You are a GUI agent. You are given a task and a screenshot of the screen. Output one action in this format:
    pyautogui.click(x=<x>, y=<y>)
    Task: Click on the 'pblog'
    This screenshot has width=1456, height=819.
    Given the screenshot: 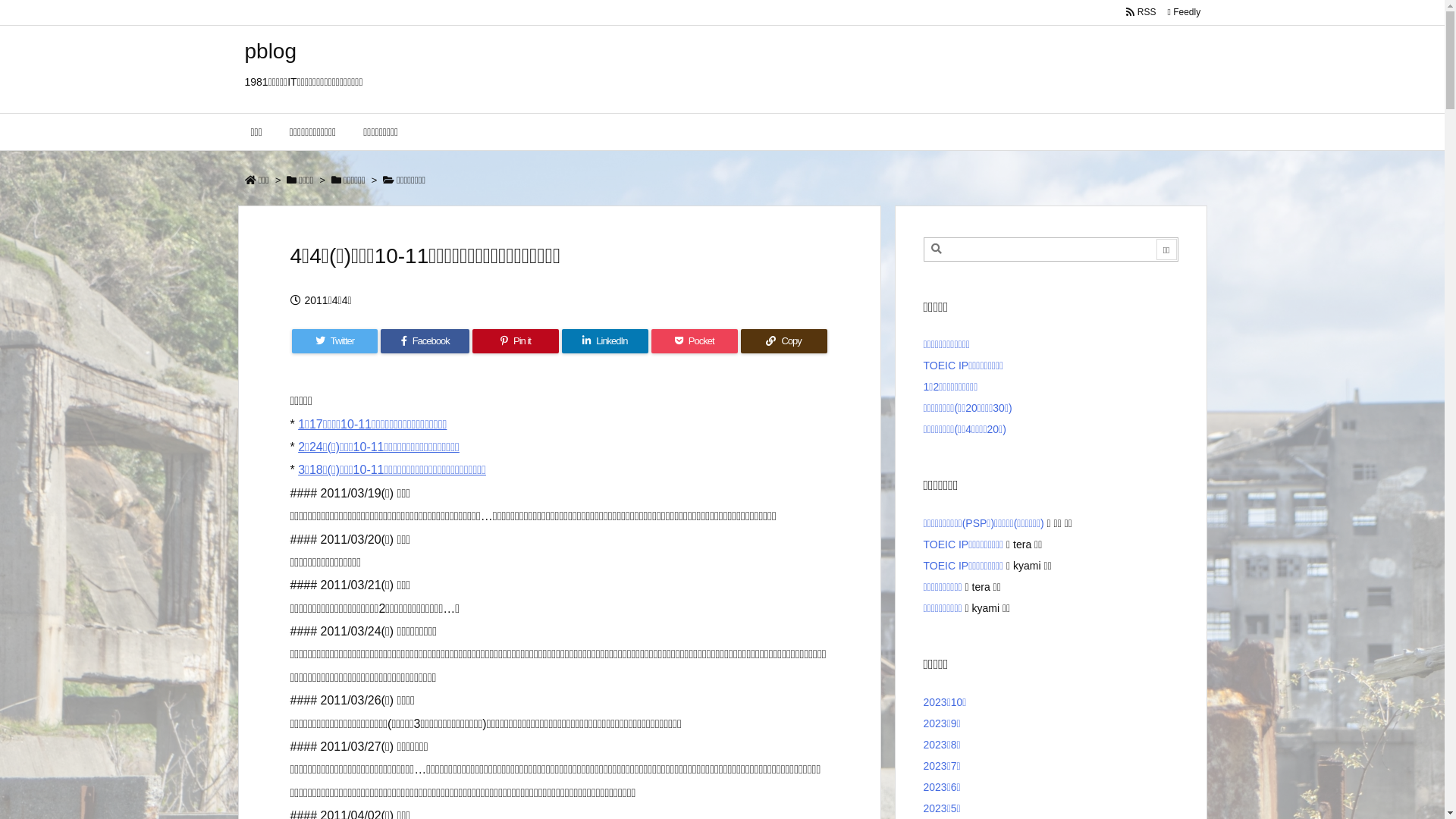 What is the action you would take?
    pyautogui.click(x=270, y=50)
    